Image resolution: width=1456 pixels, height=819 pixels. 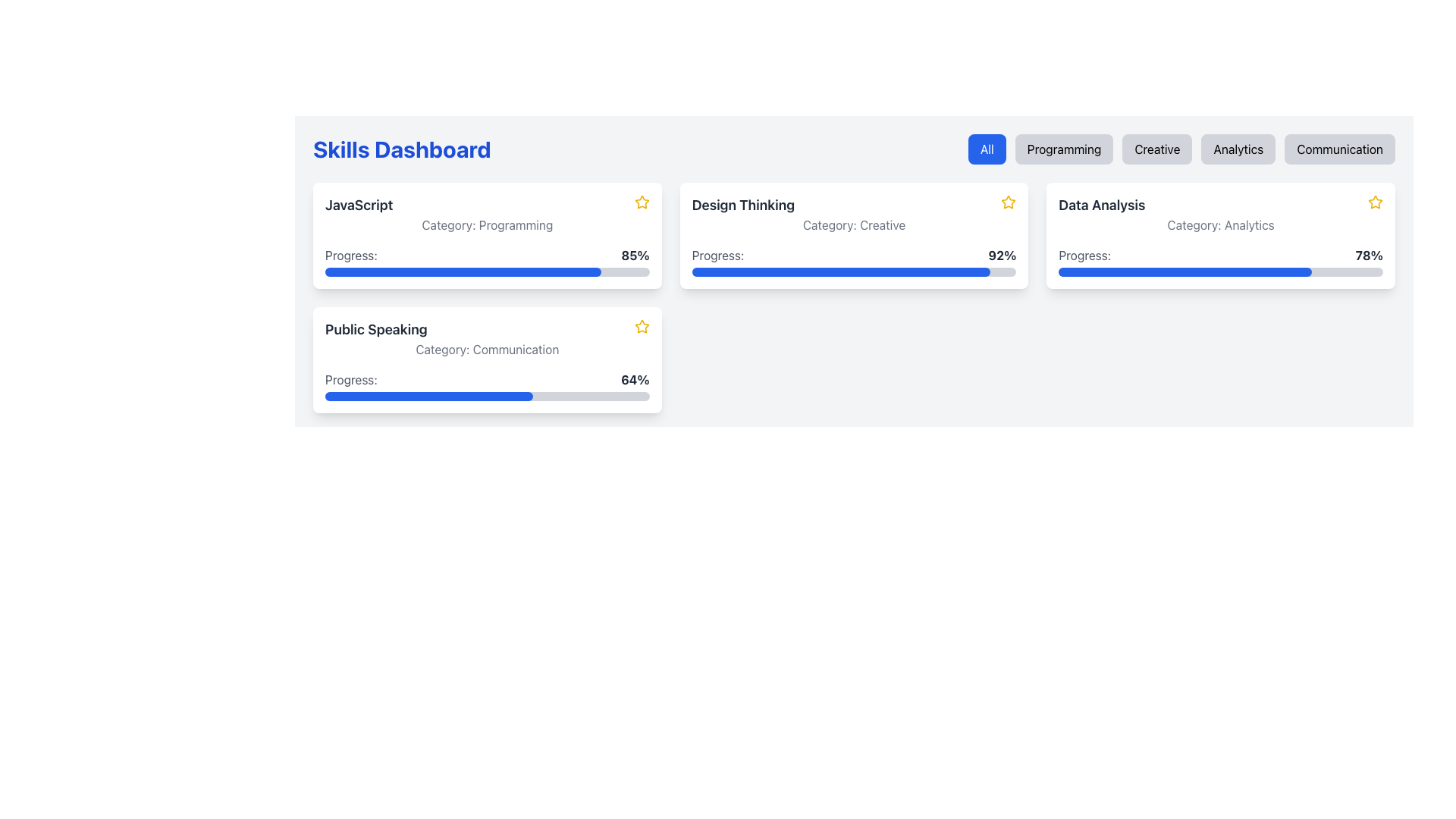 I want to click on the filled portion of the progress bar representing 64% progress for the 'Public Speaking' skill in the lower-left section of the dashboard, so click(x=428, y=396).